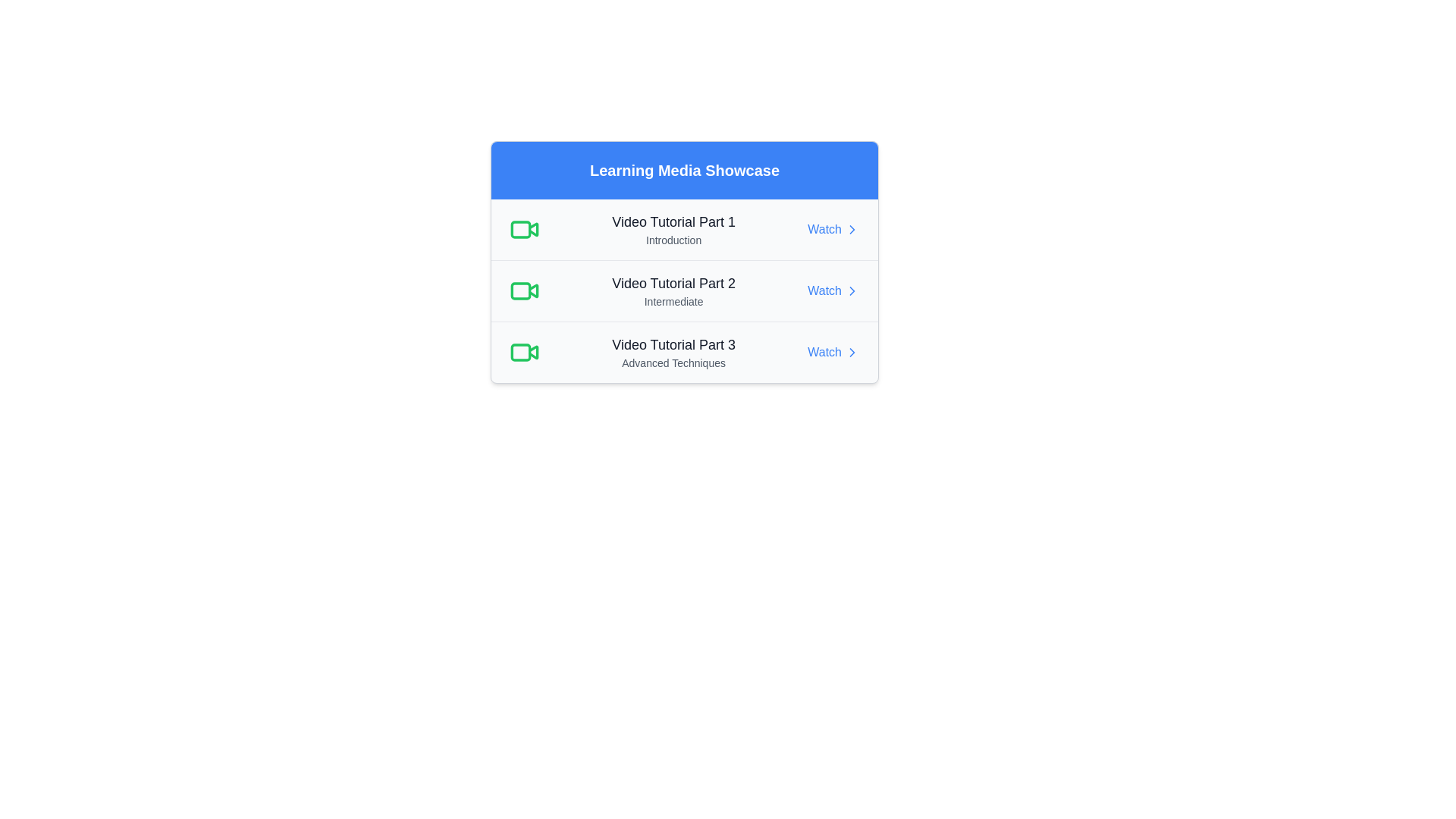 The image size is (1456, 819). I want to click on the title and description text display for the first video tutorial, located to the right of the green video icon in the vertical list, so click(673, 230).